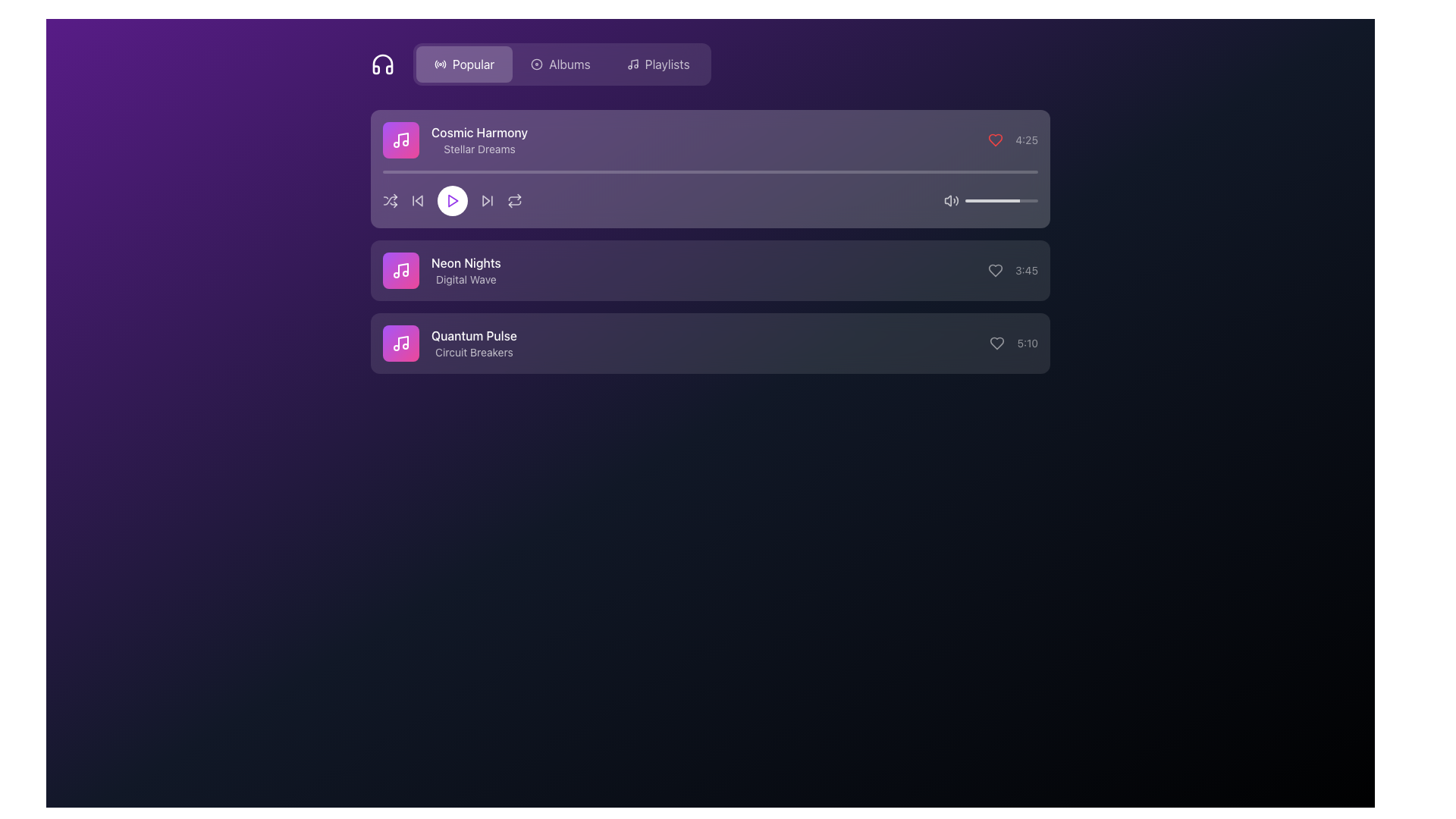 The width and height of the screenshot is (1456, 819). Describe the element at coordinates (400, 140) in the screenshot. I see `the graphical icon representing the music item 'Cosmic Harmony - Stellar Dreams', which is centered within a circular gradient background and is part of the first list item` at that location.